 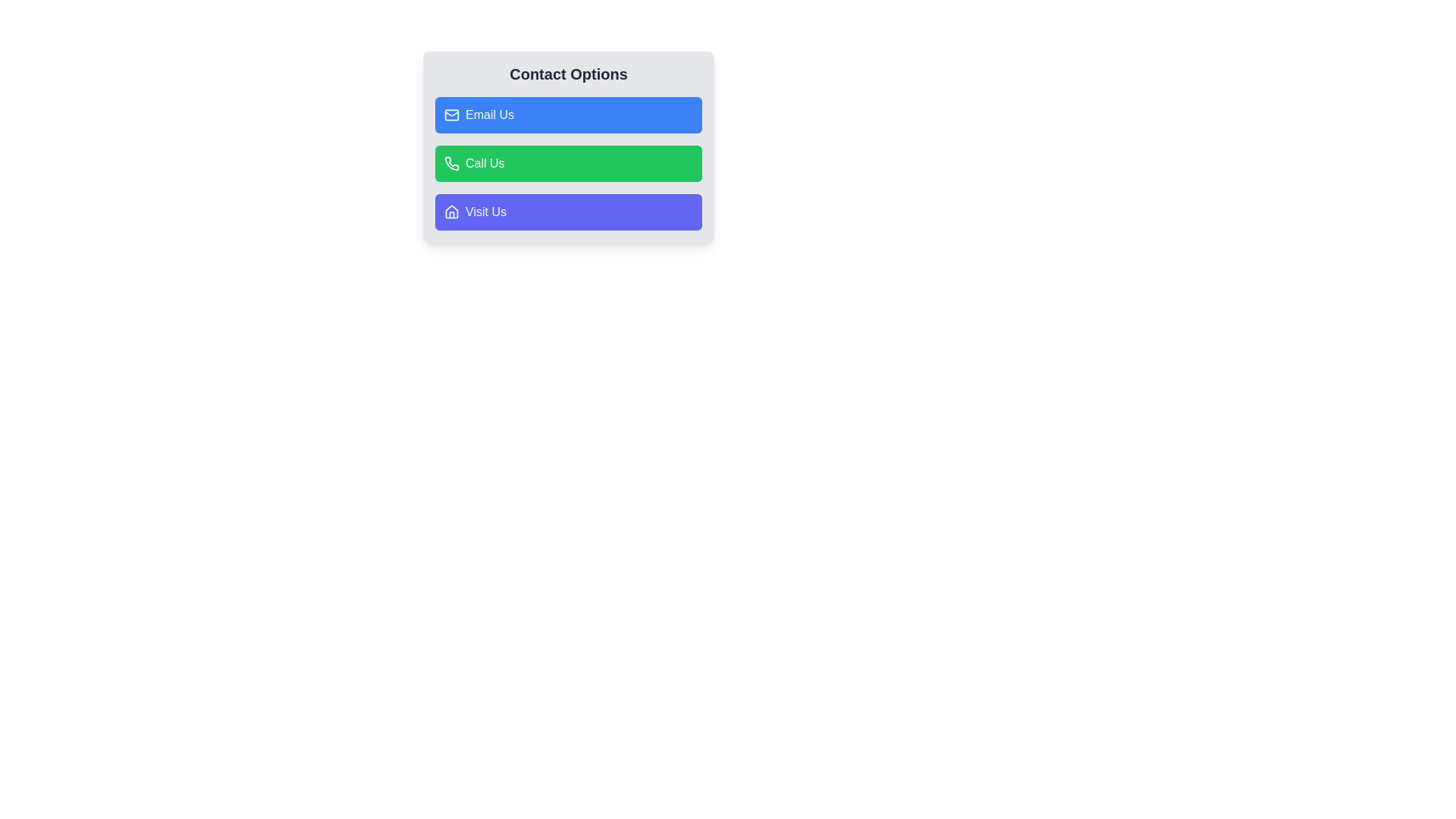 What do you see at coordinates (450, 114) in the screenshot?
I see `the visual enhancement provided by the blue rounded rectangular graphical component within the 'Email Us' button, which is part of the envelope icon` at bounding box center [450, 114].